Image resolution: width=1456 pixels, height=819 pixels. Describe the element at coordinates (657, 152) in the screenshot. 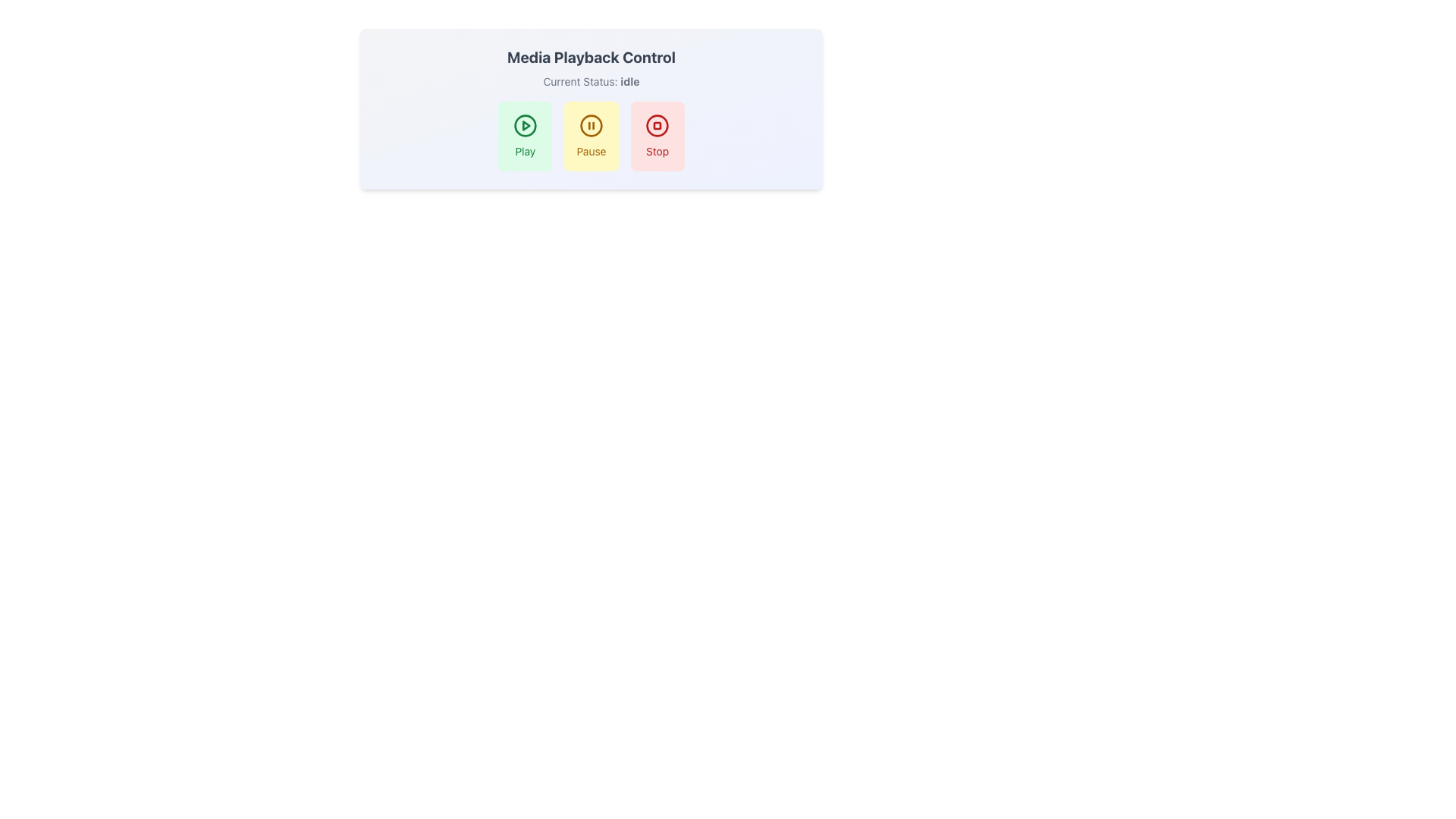

I see `the 'Stop' text label located at the bottom of the red card in the third column of a three-card grid` at that location.